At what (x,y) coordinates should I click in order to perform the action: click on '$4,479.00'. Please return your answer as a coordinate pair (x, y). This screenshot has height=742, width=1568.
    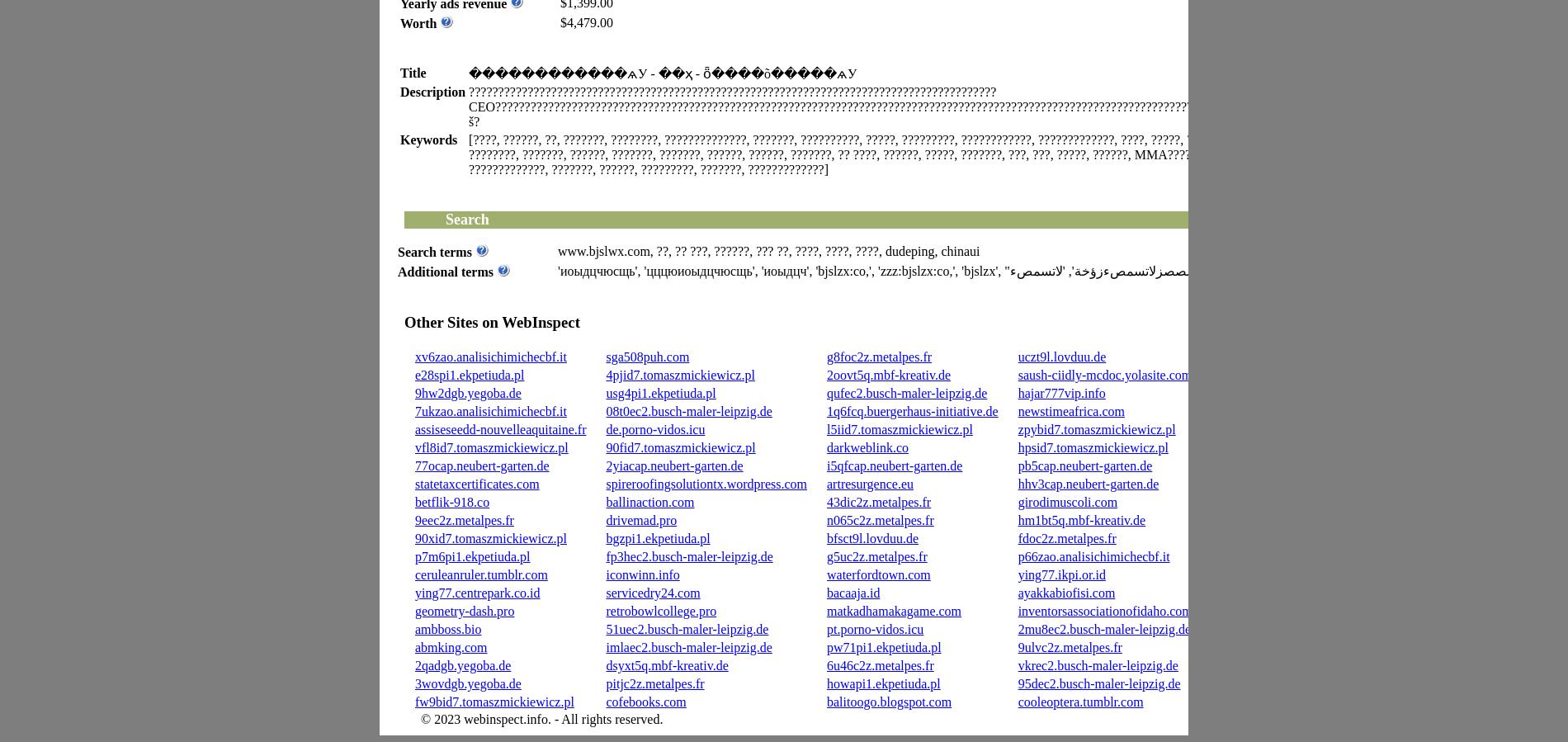
    Looking at the image, I should click on (560, 21).